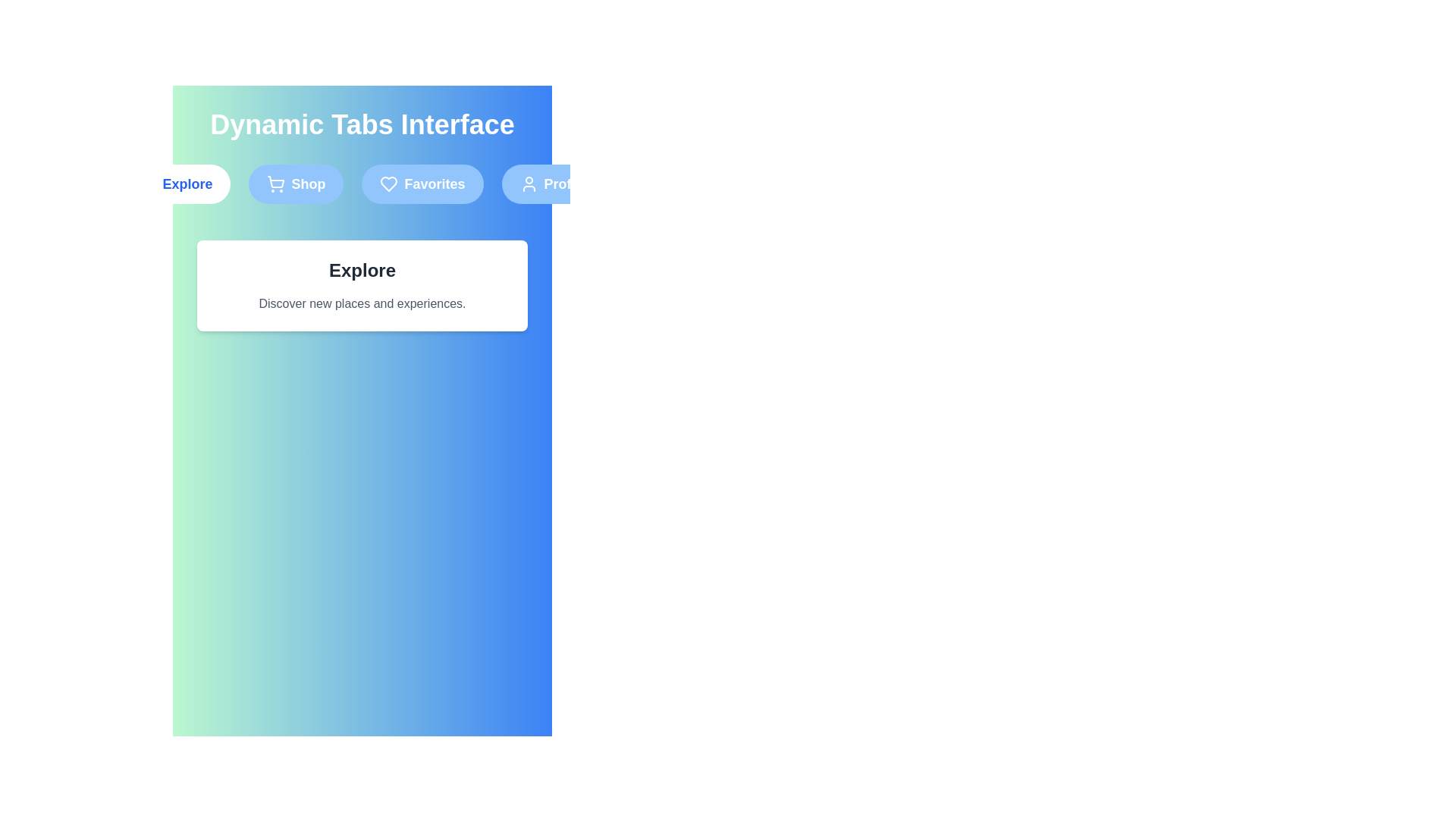  What do you see at coordinates (552, 184) in the screenshot?
I see `the Profile tab by clicking on its label` at bounding box center [552, 184].